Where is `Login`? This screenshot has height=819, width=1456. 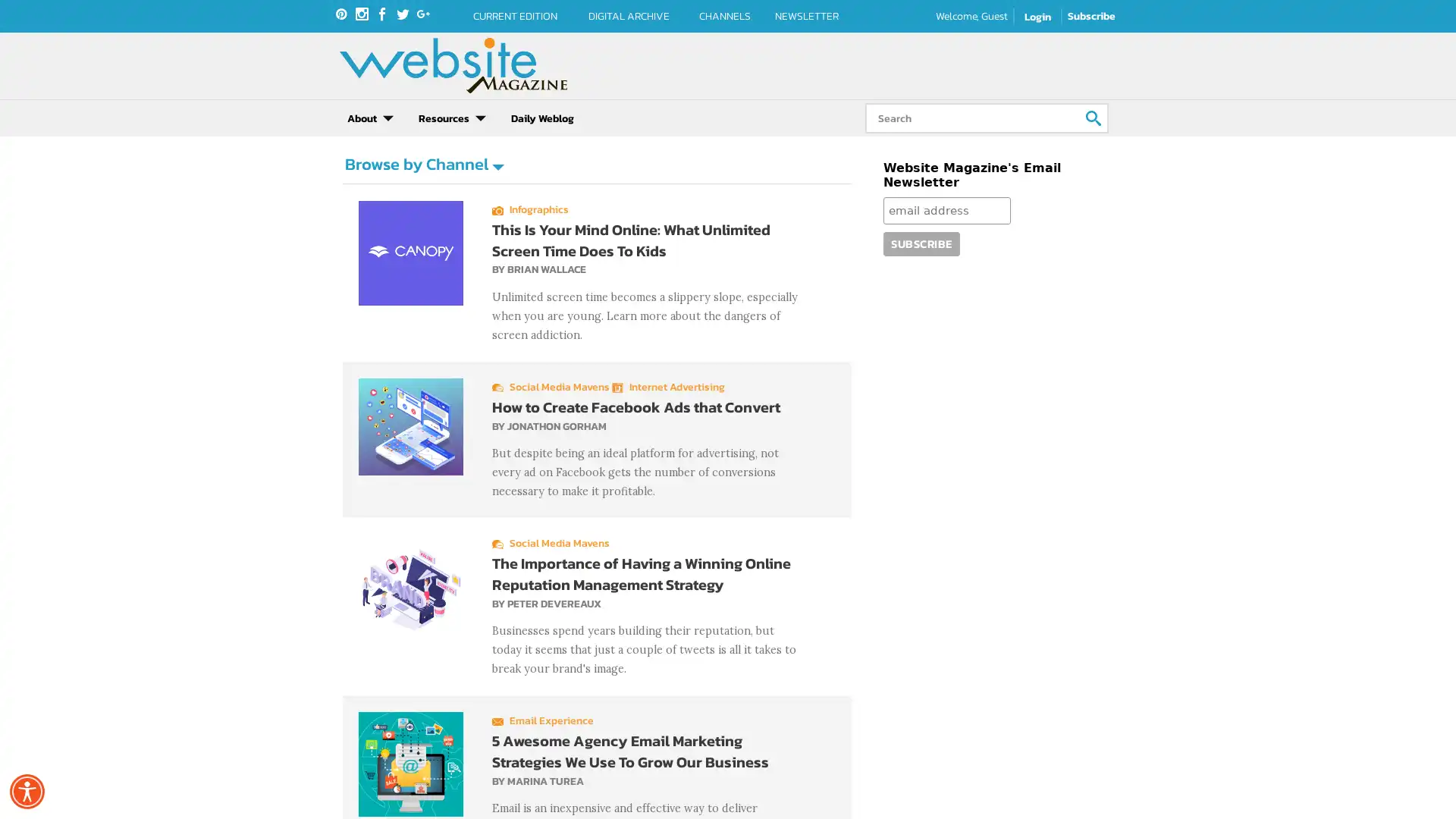
Login is located at coordinates (1037, 17).